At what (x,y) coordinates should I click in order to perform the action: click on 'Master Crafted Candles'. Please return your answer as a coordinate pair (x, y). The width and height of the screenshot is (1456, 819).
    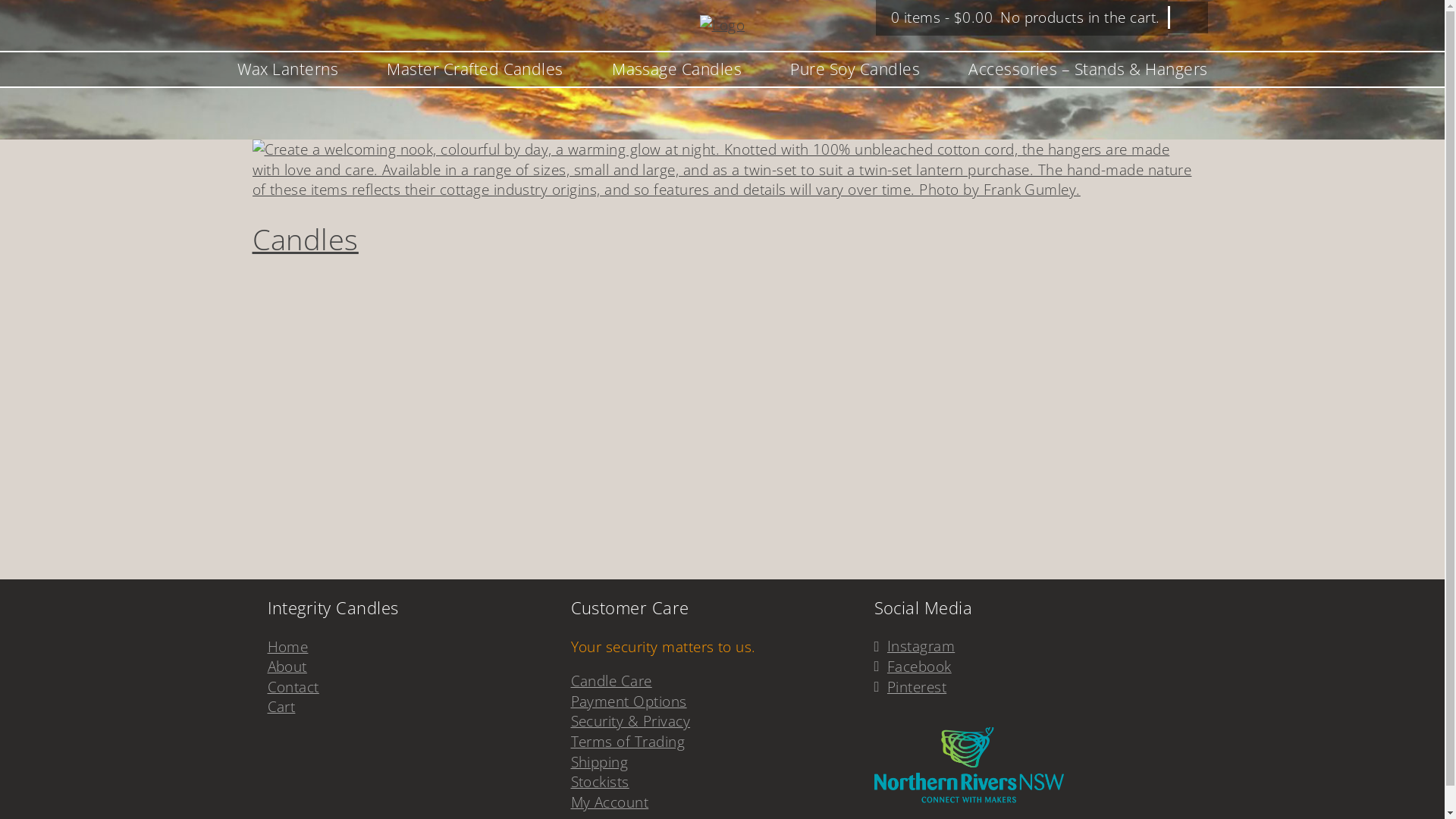
    Looking at the image, I should click on (473, 69).